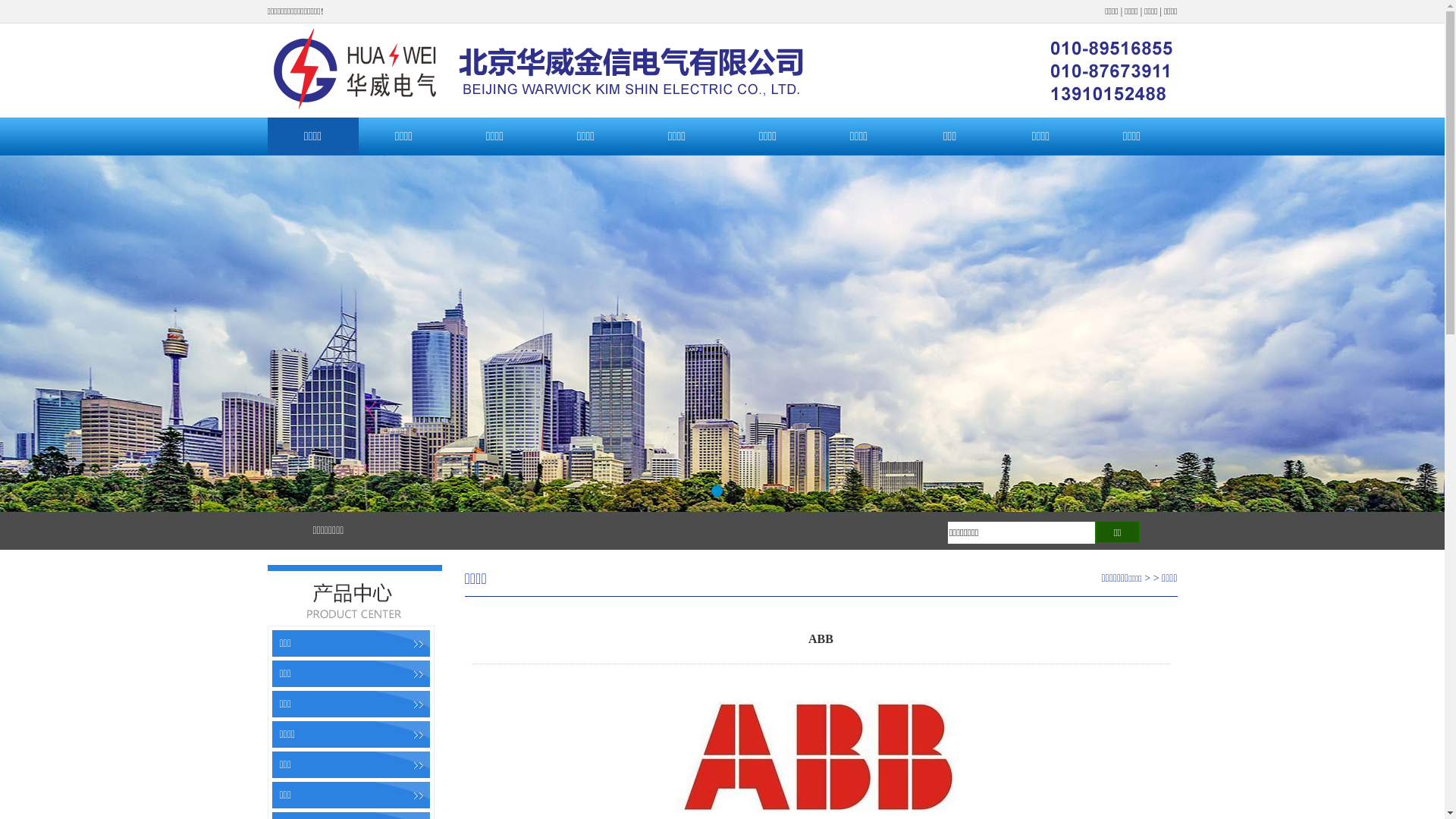 This screenshot has height=819, width=1456. I want to click on '1', so click(710, 491).